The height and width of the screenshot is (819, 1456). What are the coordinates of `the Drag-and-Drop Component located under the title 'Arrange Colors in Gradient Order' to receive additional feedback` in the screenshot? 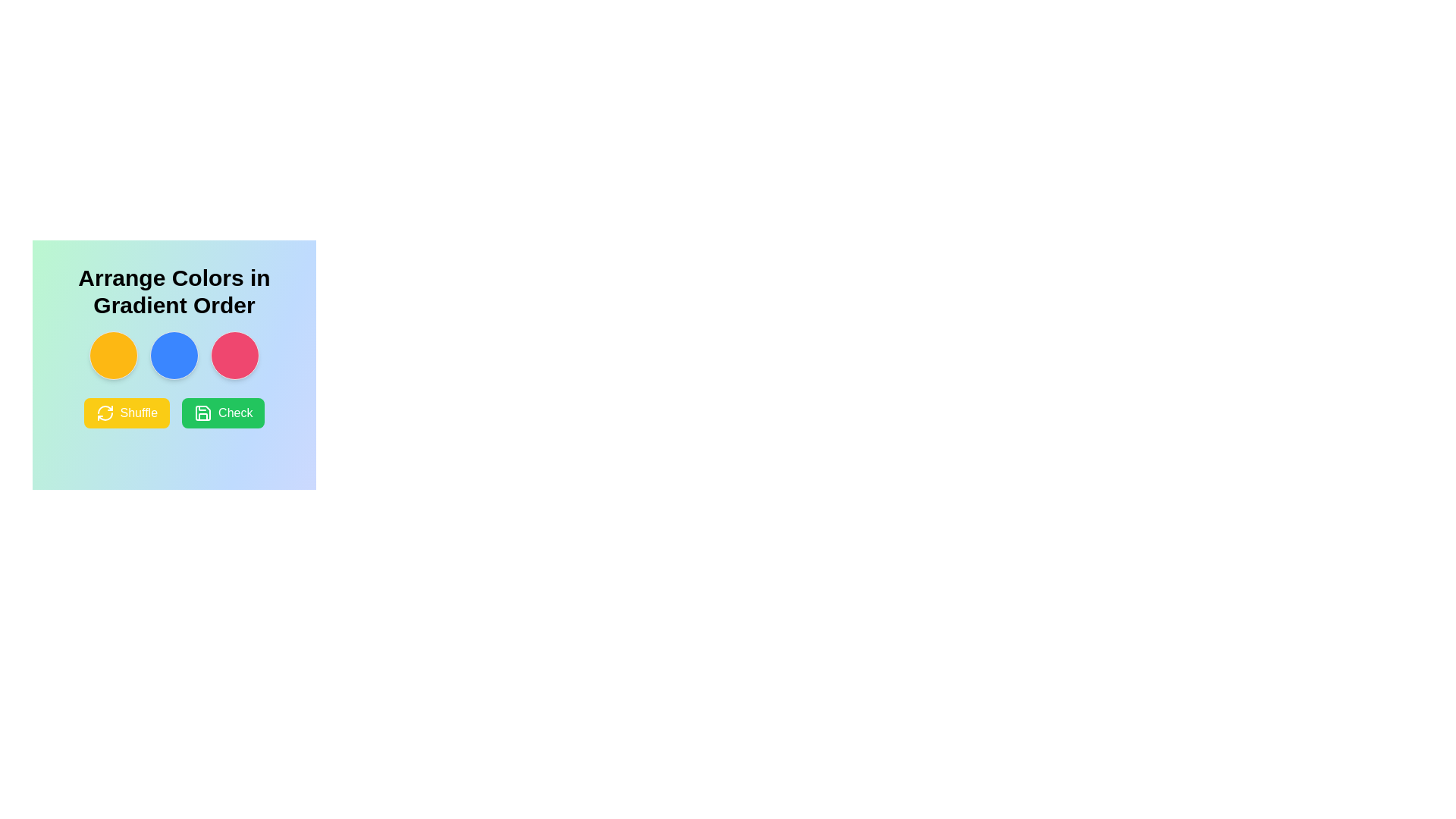 It's located at (174, 356).